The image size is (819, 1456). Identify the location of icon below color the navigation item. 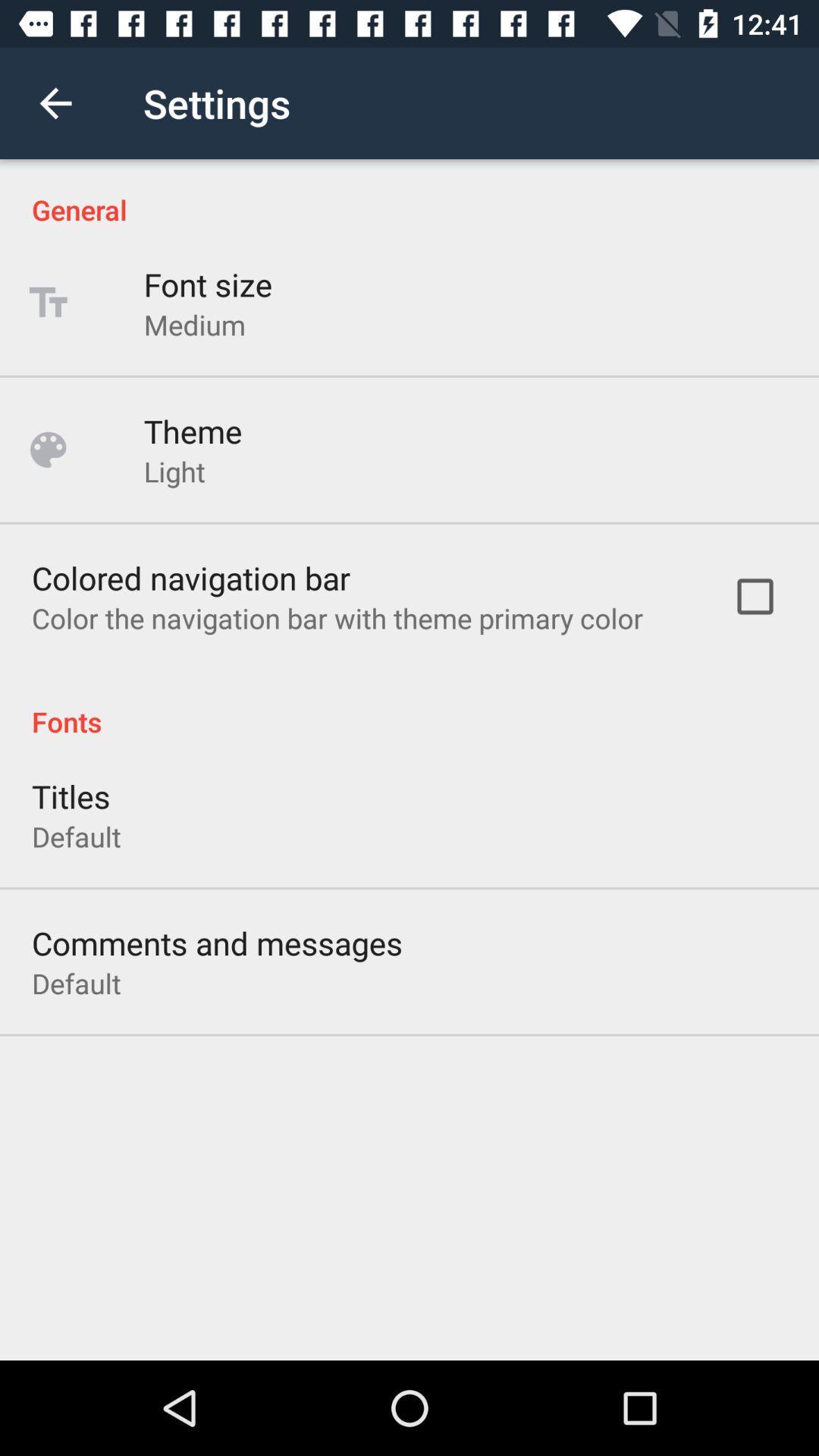
(409, 704).